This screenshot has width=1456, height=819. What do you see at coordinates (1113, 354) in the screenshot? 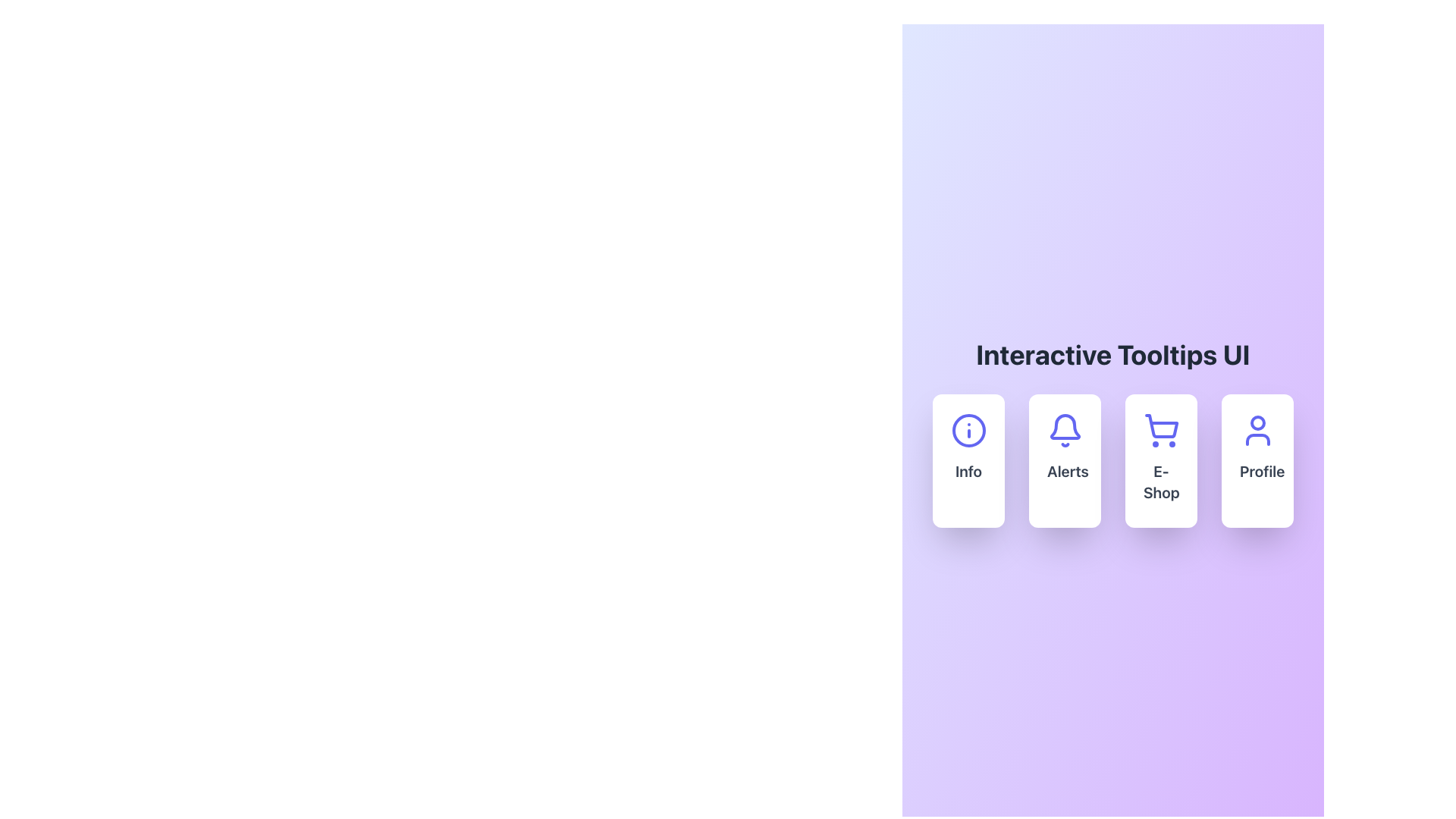
I see `the header element displaying the text 'Interactive Tooltips UI', which is positioned at the top center of the interface, just above the grid layout of cards` at bounding box center [1113, 354].